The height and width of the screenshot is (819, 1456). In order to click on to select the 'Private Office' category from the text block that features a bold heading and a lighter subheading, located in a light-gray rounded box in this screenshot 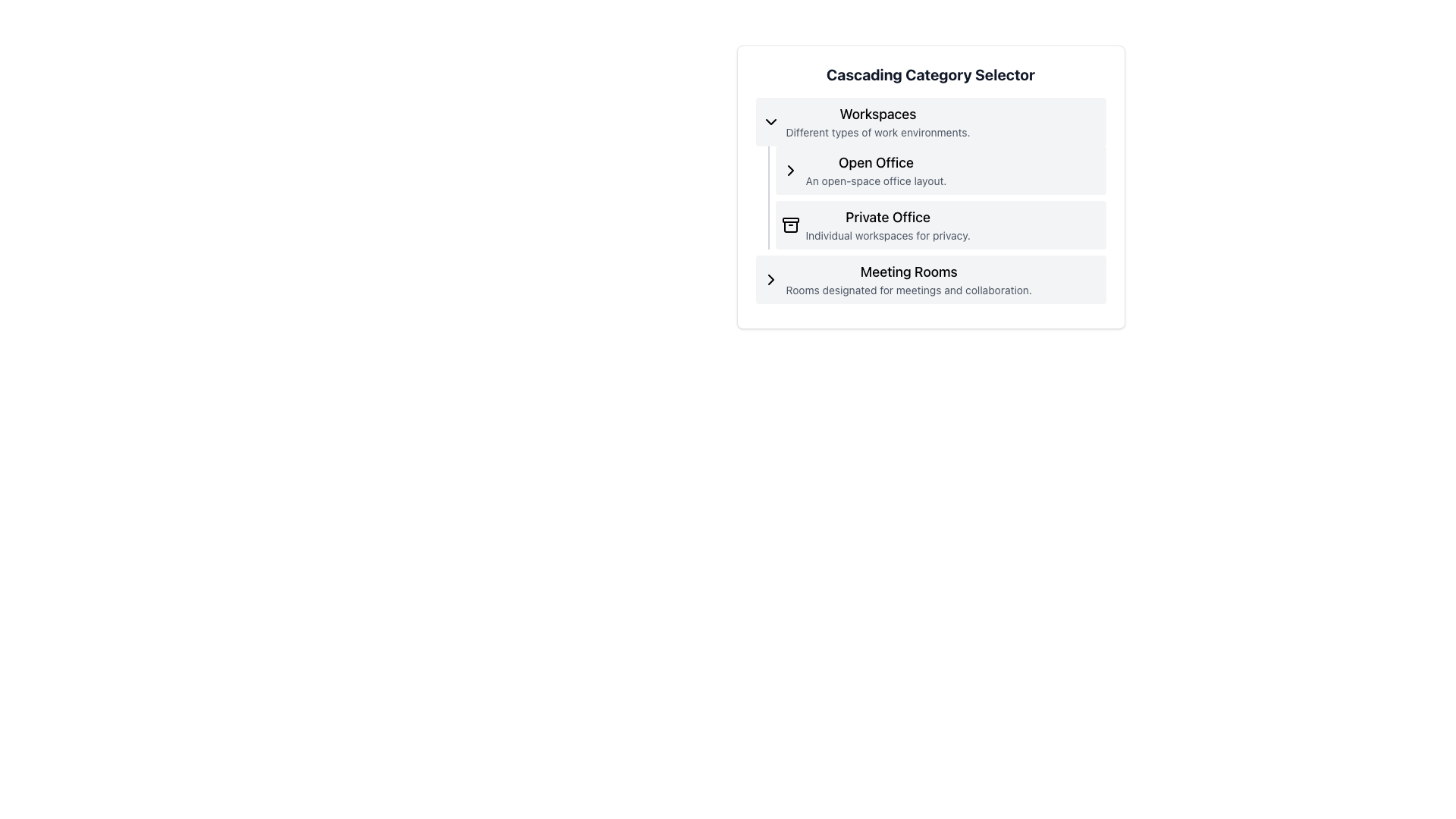, I will do `click(888, 225)`.